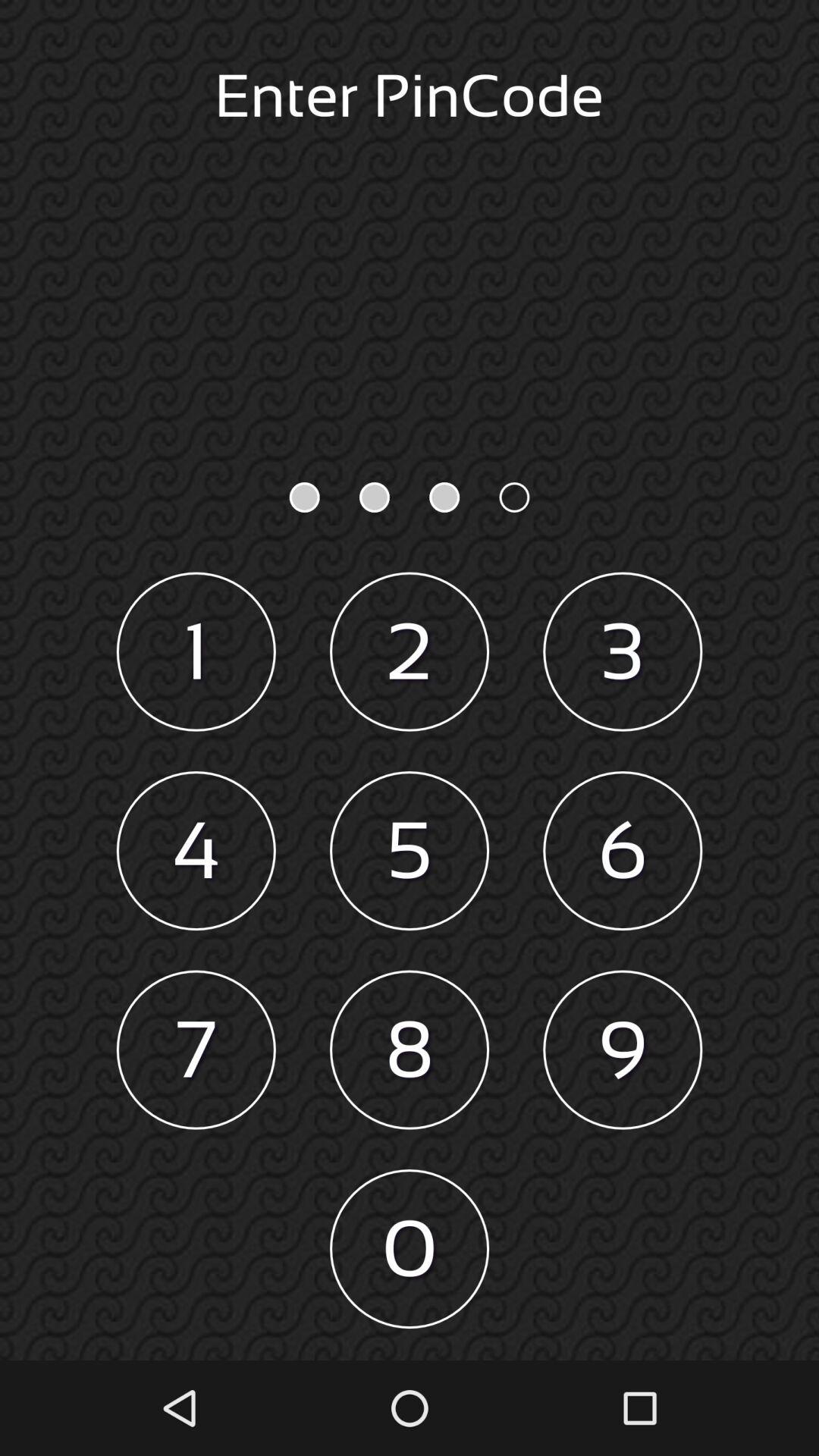 This screenshot has height=1456, width=819. What do you see at coordinates (623, 851) in the screenshot?
I see `6` at bounding box center [623, 851].